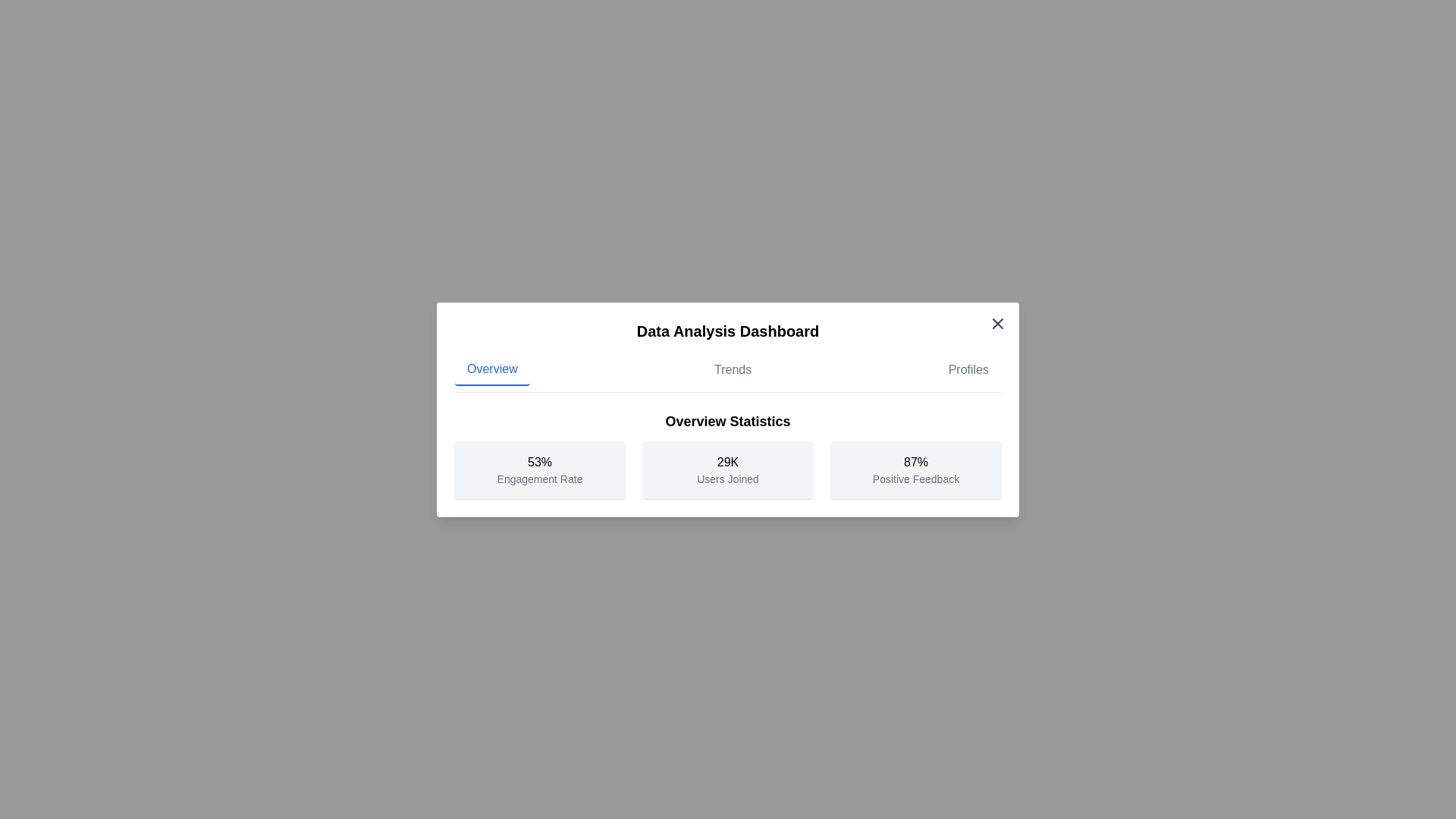 This screenshot has width=1456, height=819. What do you see at coordinates (728, 453) in the screenshot?
I see `the Statistic display card that shows '29K' with the label 'Users Joined' in the 'Data Analysis Dashboard' interface` at bounding box center [728, 453].